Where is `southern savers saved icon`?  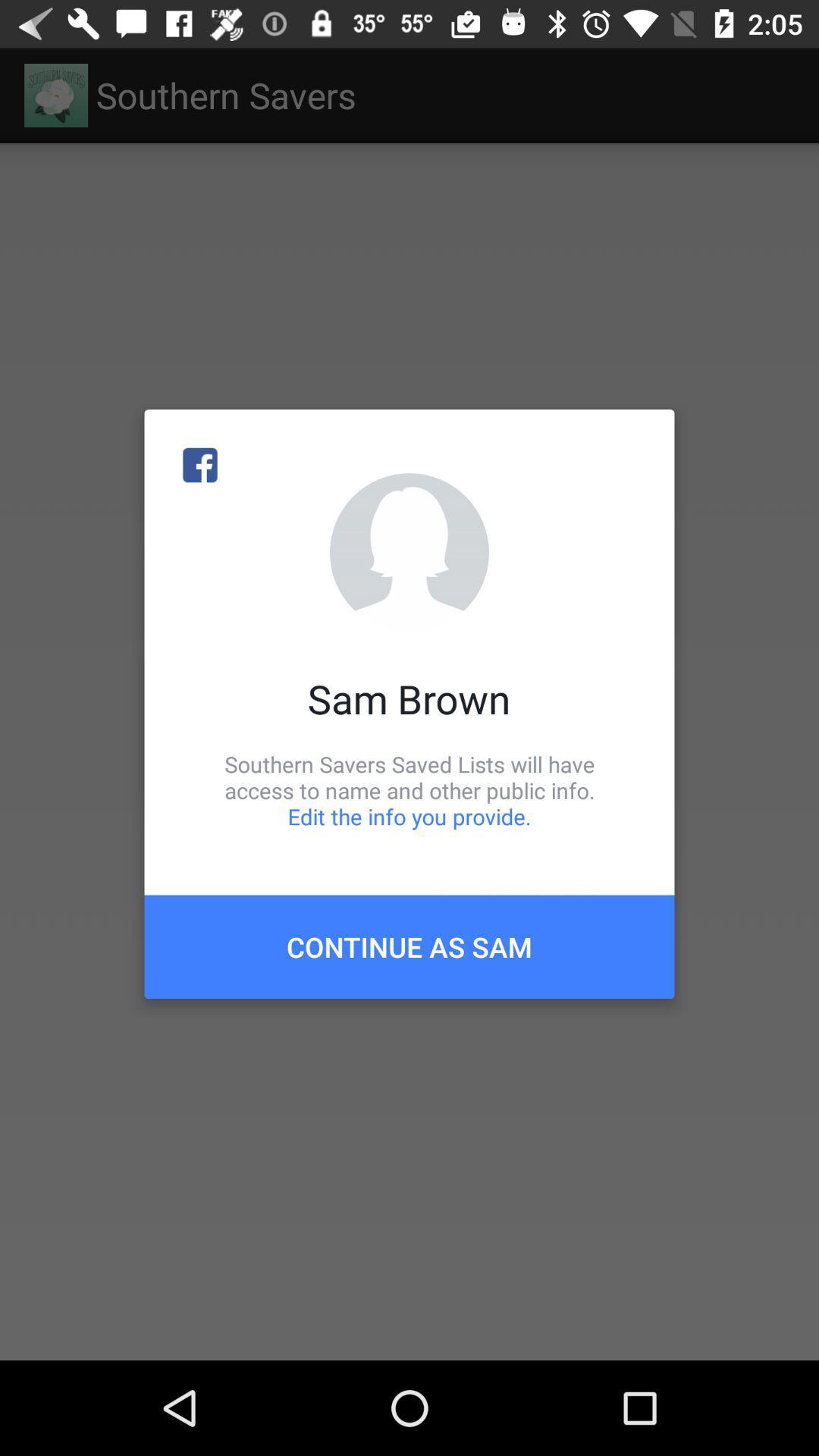
southern savers saved icon is located at coordinates (409, 789).